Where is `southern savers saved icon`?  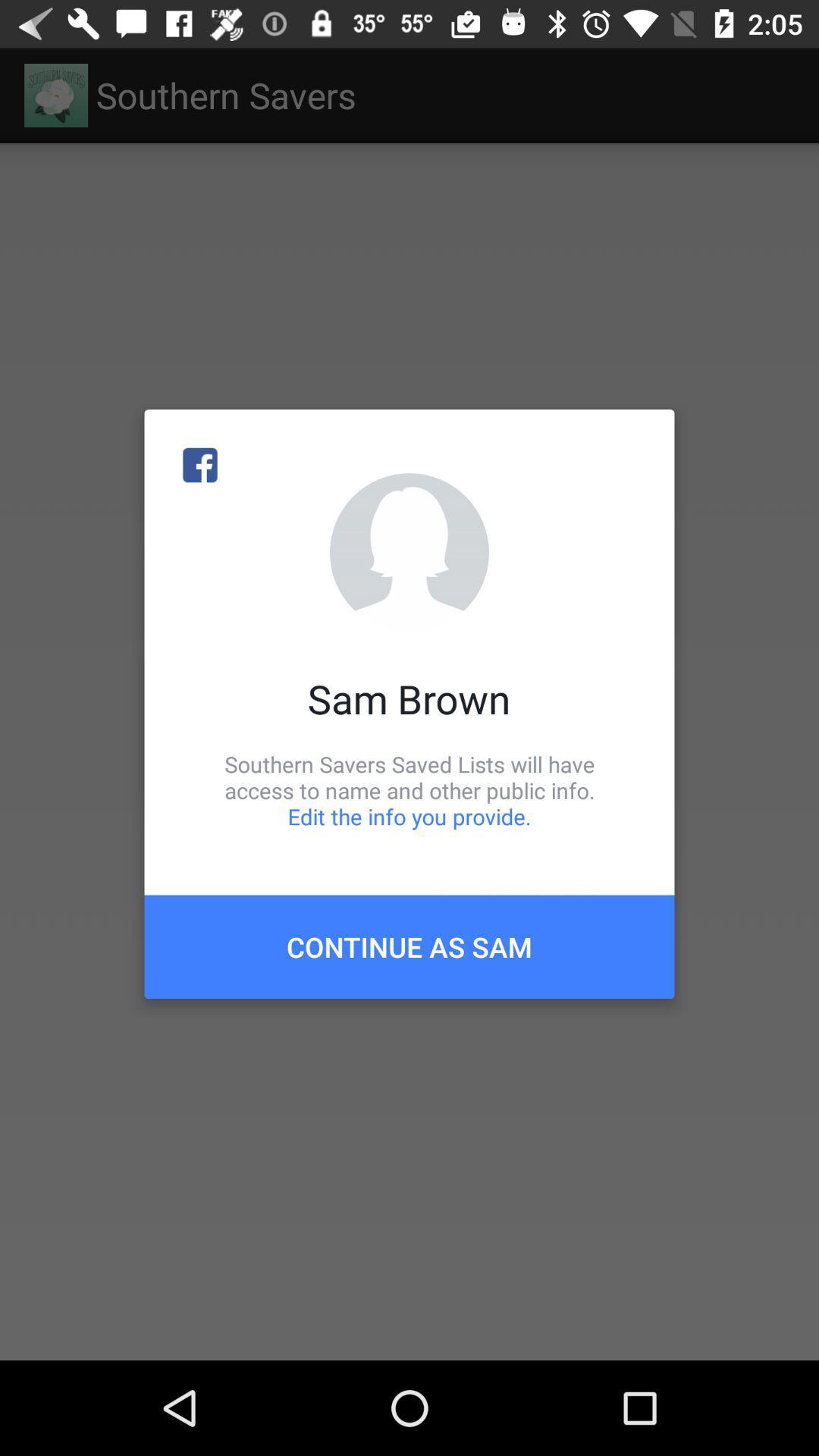
southern savers saved icon is located at coordinates (409, 789).